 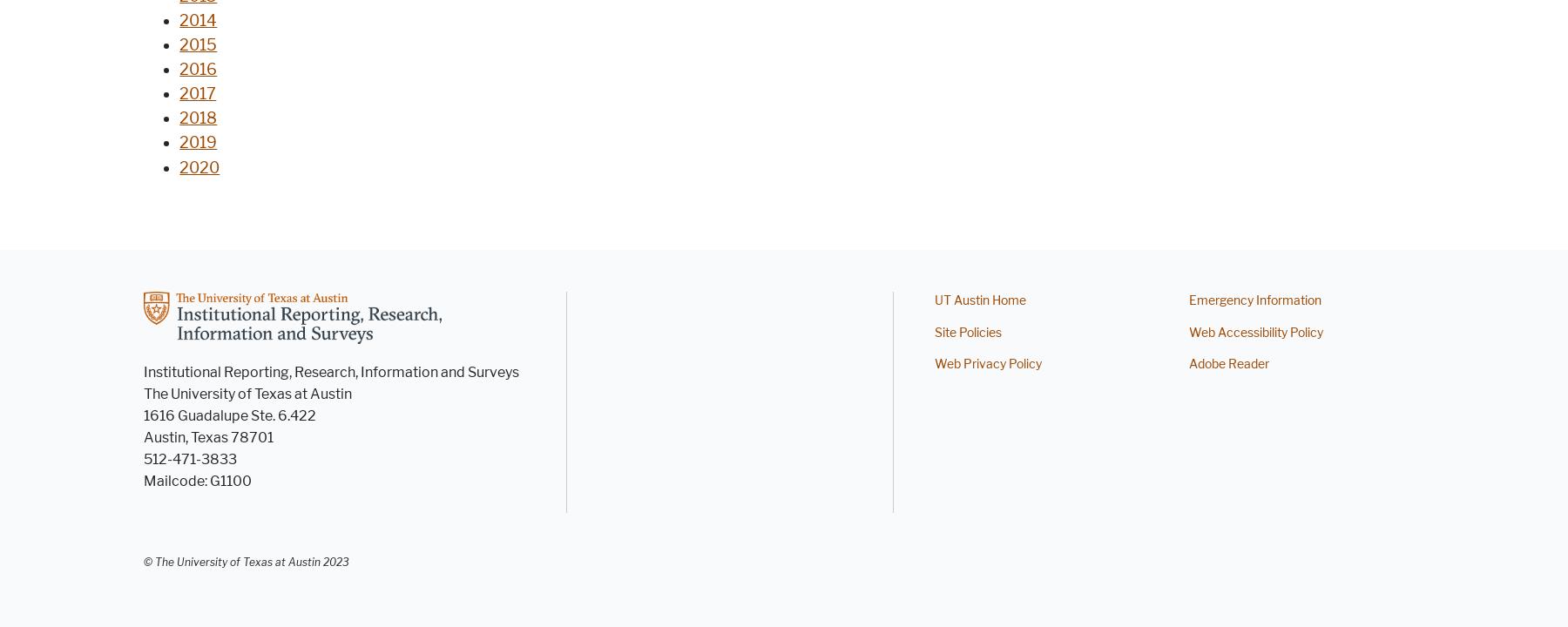 I want to click on '2015', so click(x=197, y=43).